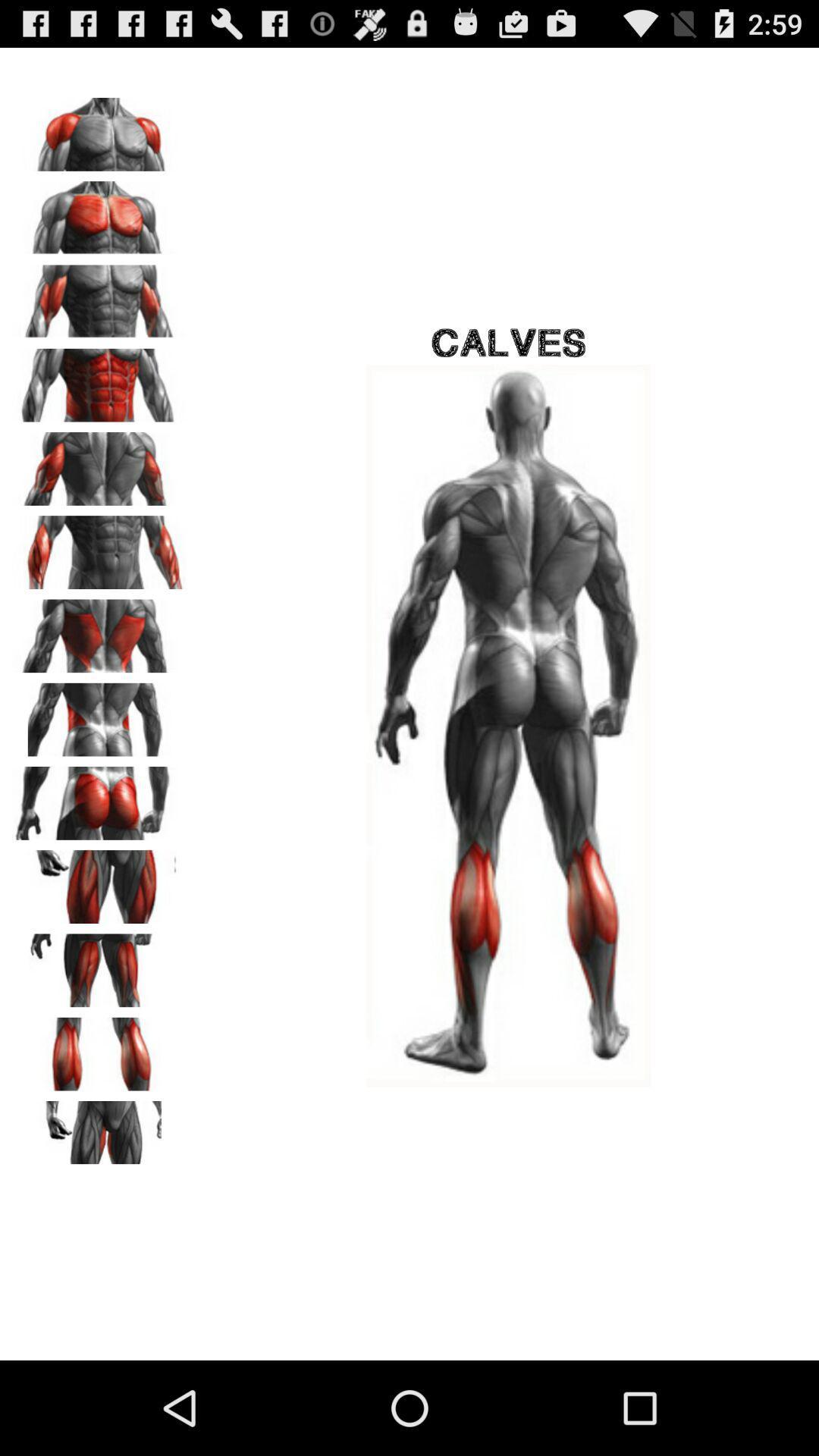  What do you see at coordinates (99, 546) in the screenshot?
I see `exercise` at bounding box center [99, 546].